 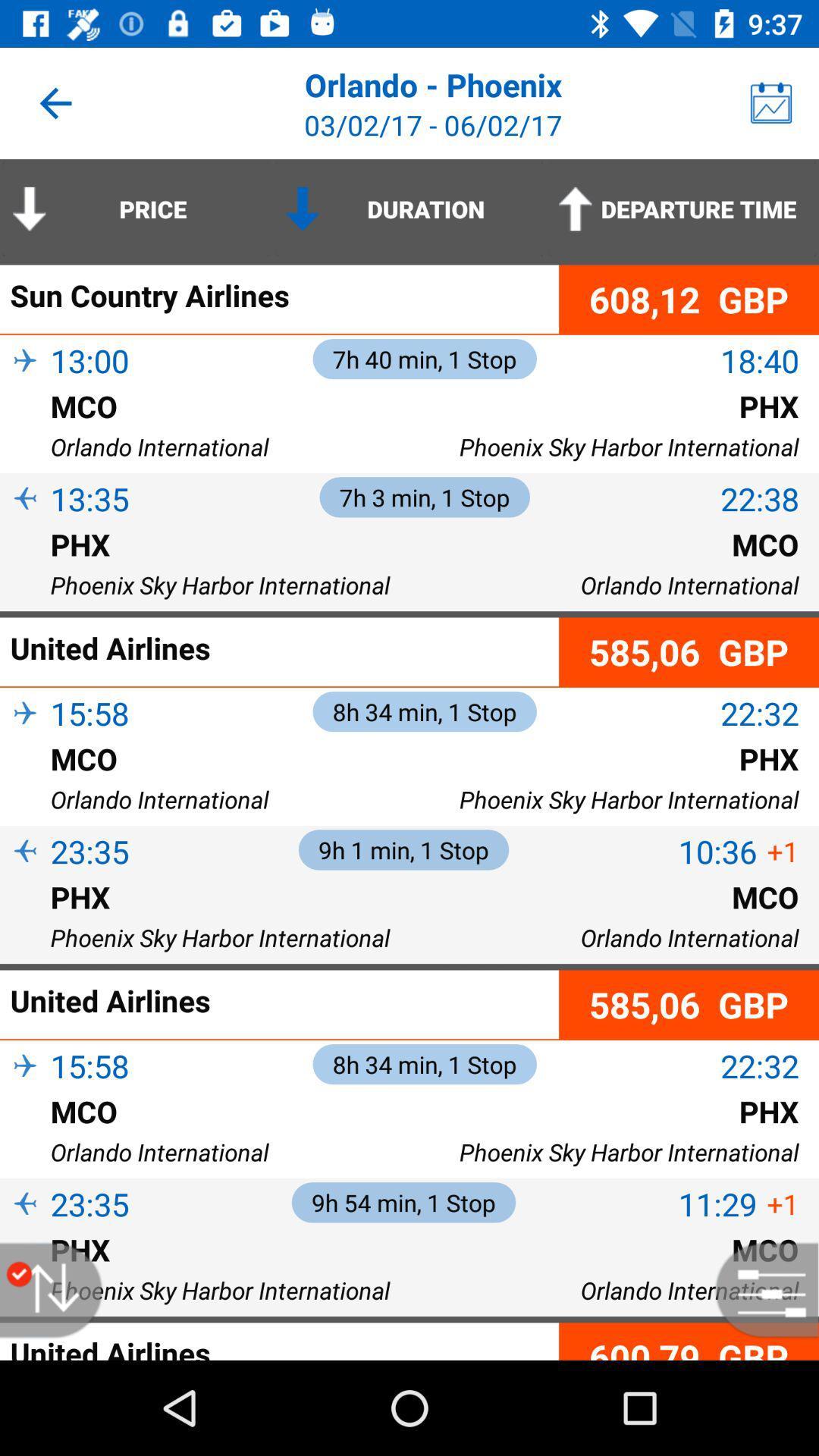 What do you see at coordinates (58, 1289) in the screenshot?
I see `swap outbound and inbound` at bounding box center [58, 1289].